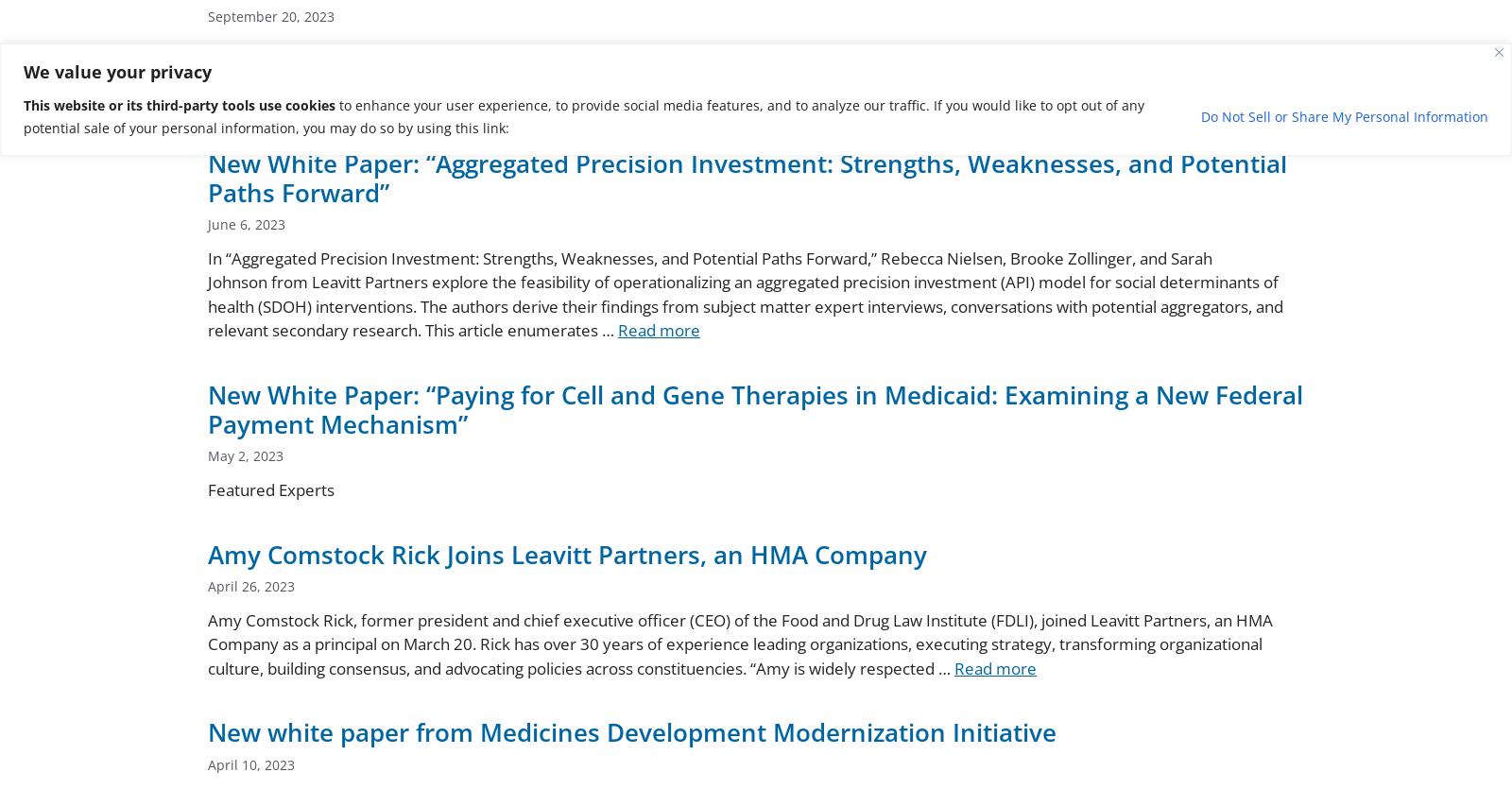 Image resolution: width=1512 pixels, height=789 pixels. What do you see at coordinates (583, 114) in the screenshot?
I see `'to enhance your user experience, to provide social media features, and to analyze our traffic. If you would like to opt out of any potential sale of your personal information, you may do so by using this link:'` at bounding box center [583, 114].